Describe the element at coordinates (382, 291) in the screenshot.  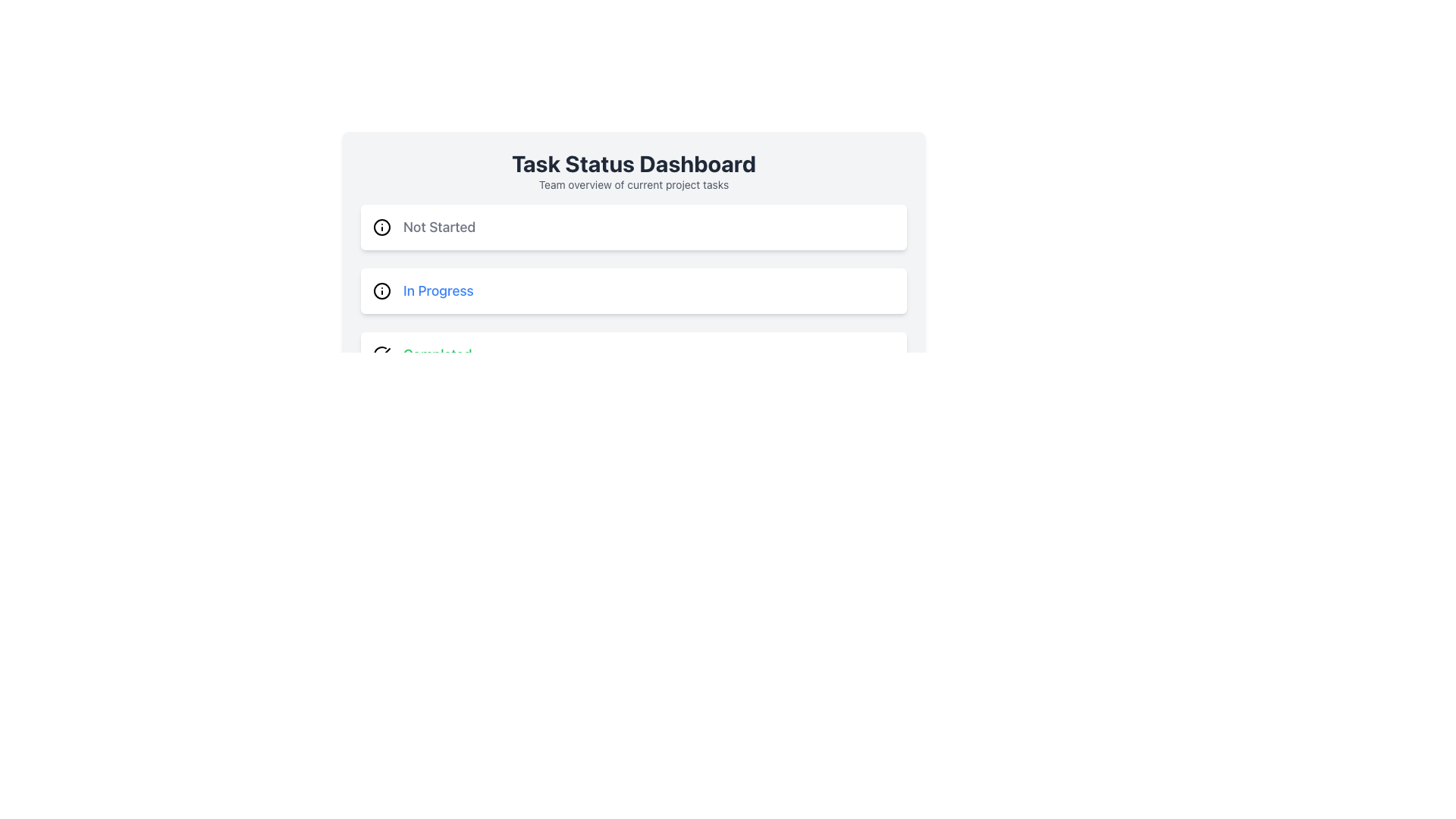
I see `the SVG-based informational icon located to the left of the 'In Progress' label to understand its symbolic representation` at that location.